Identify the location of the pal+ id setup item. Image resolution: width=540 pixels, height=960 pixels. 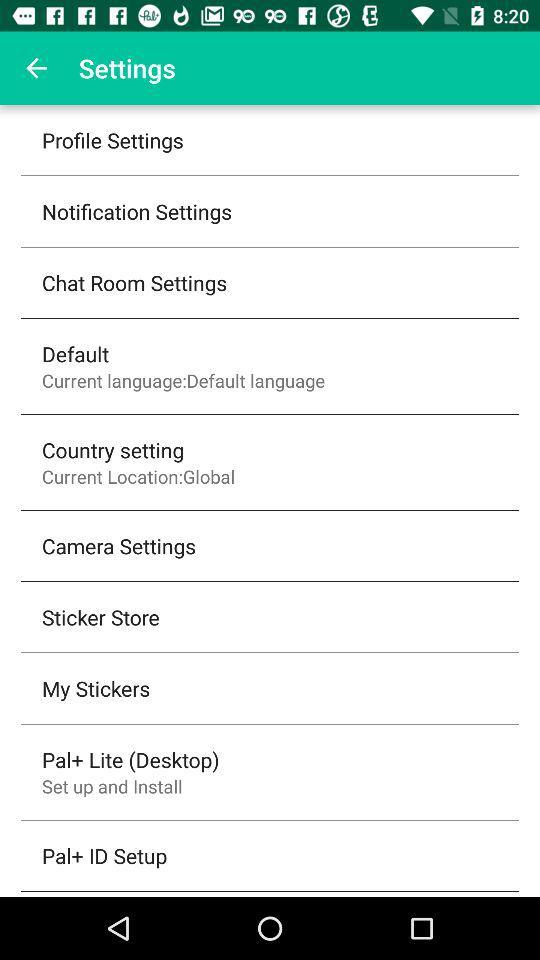
(104, 854).